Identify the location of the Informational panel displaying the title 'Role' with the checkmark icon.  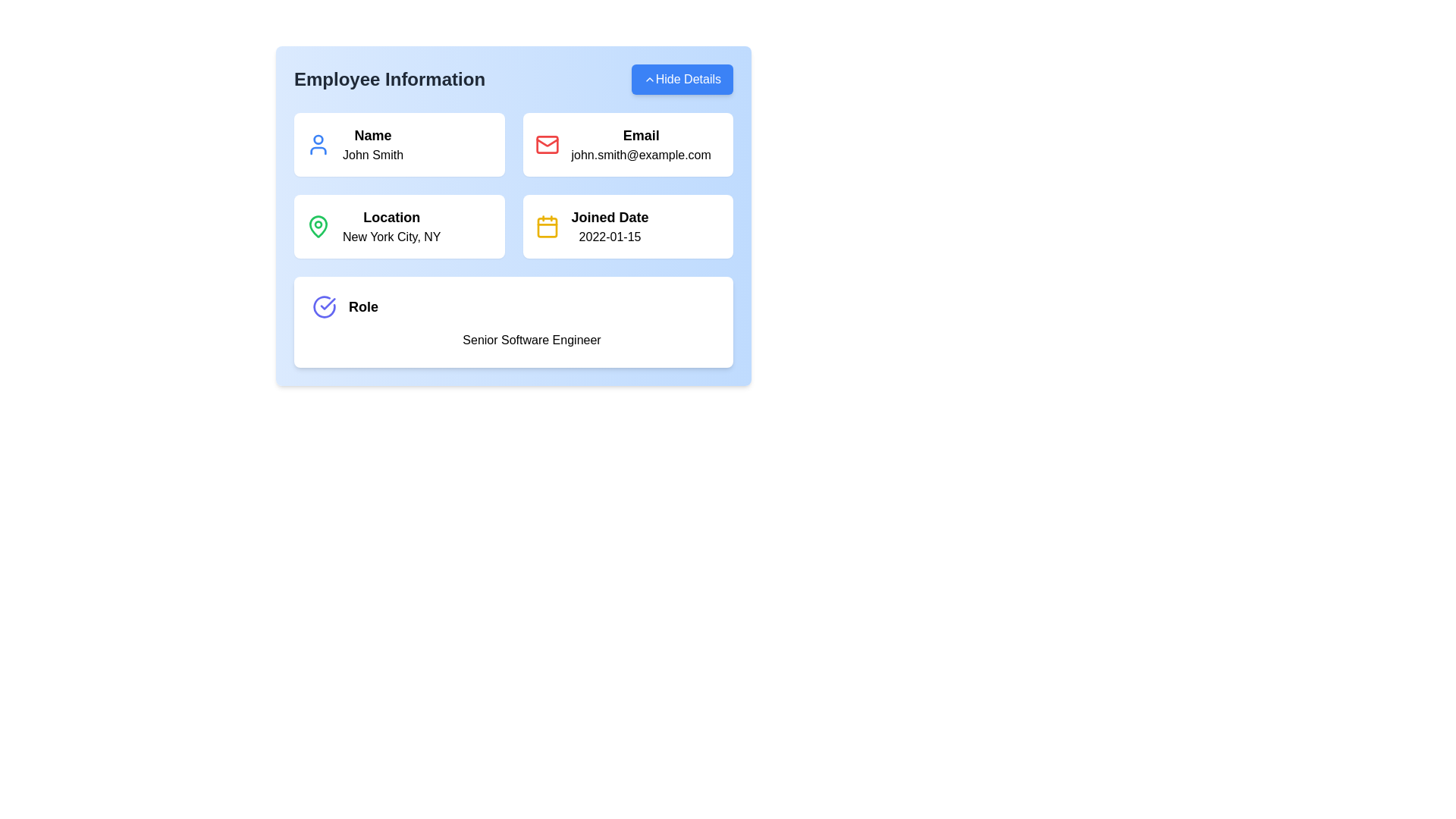
(513, 321).